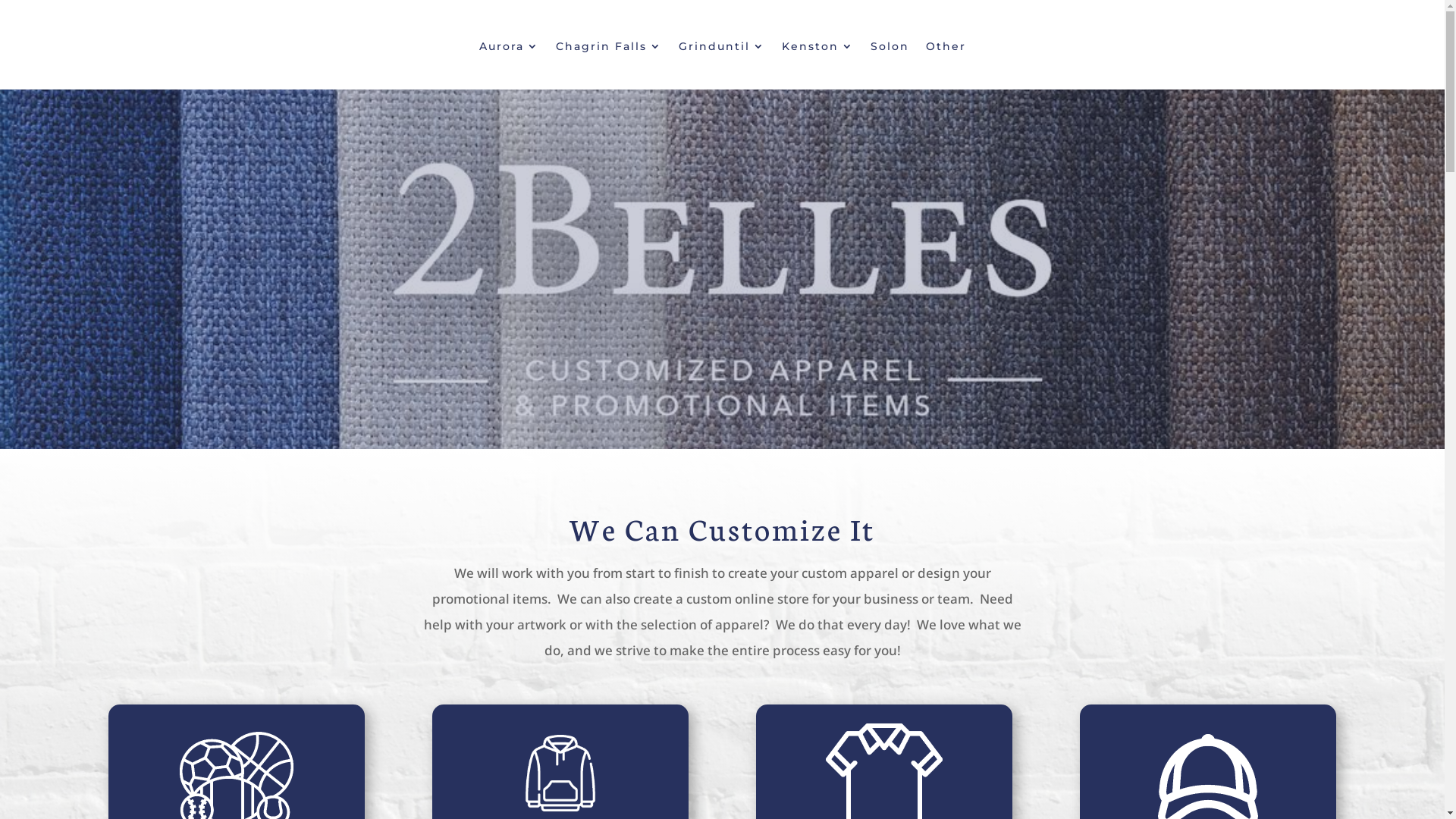  What do you see at coordinates (816, 49) in the screenshot?
I see `'Kenston'` at bounding box center [816, 49].